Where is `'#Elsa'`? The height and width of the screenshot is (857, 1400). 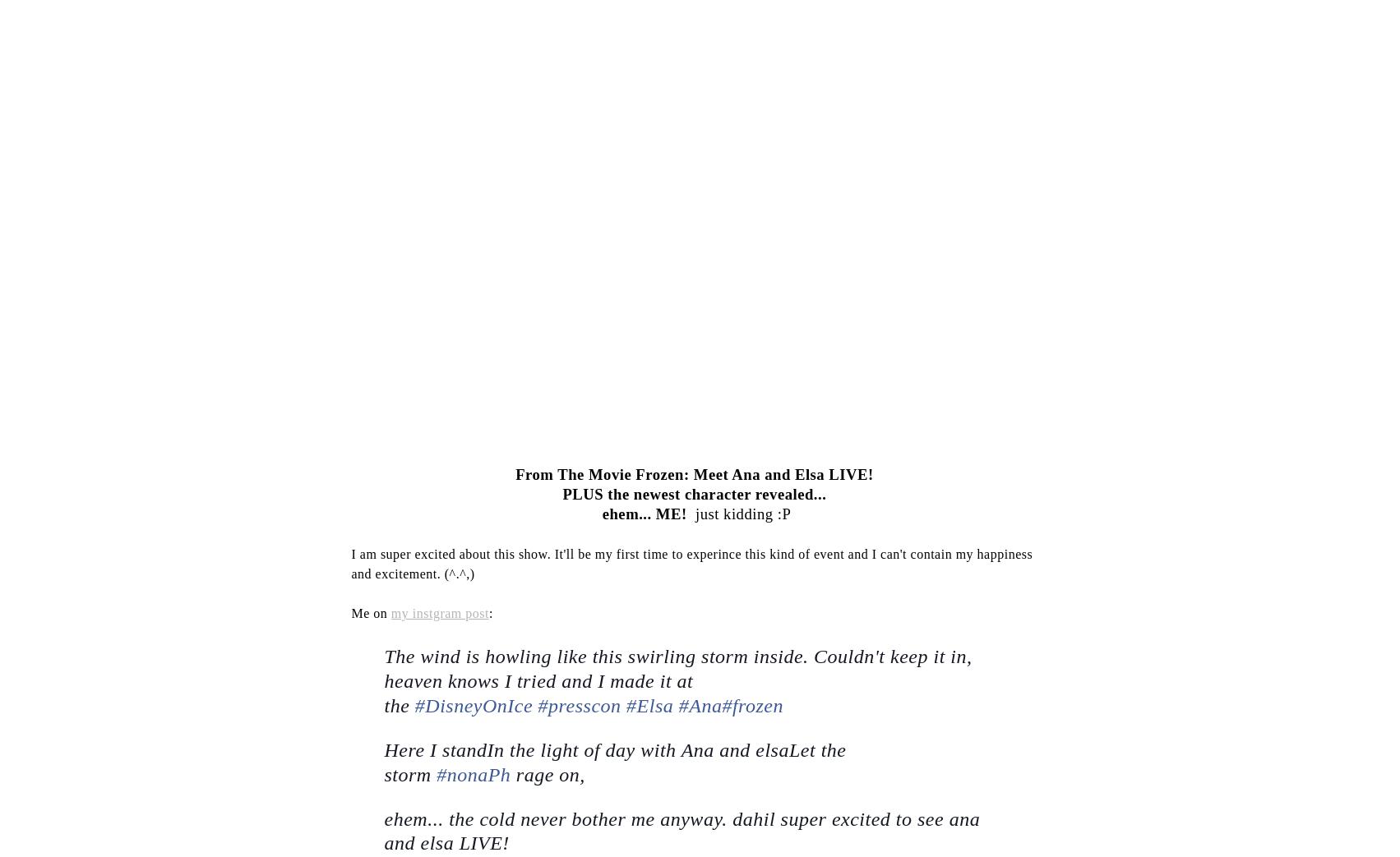
'#Elsa' is located at coordinates (649, 706).